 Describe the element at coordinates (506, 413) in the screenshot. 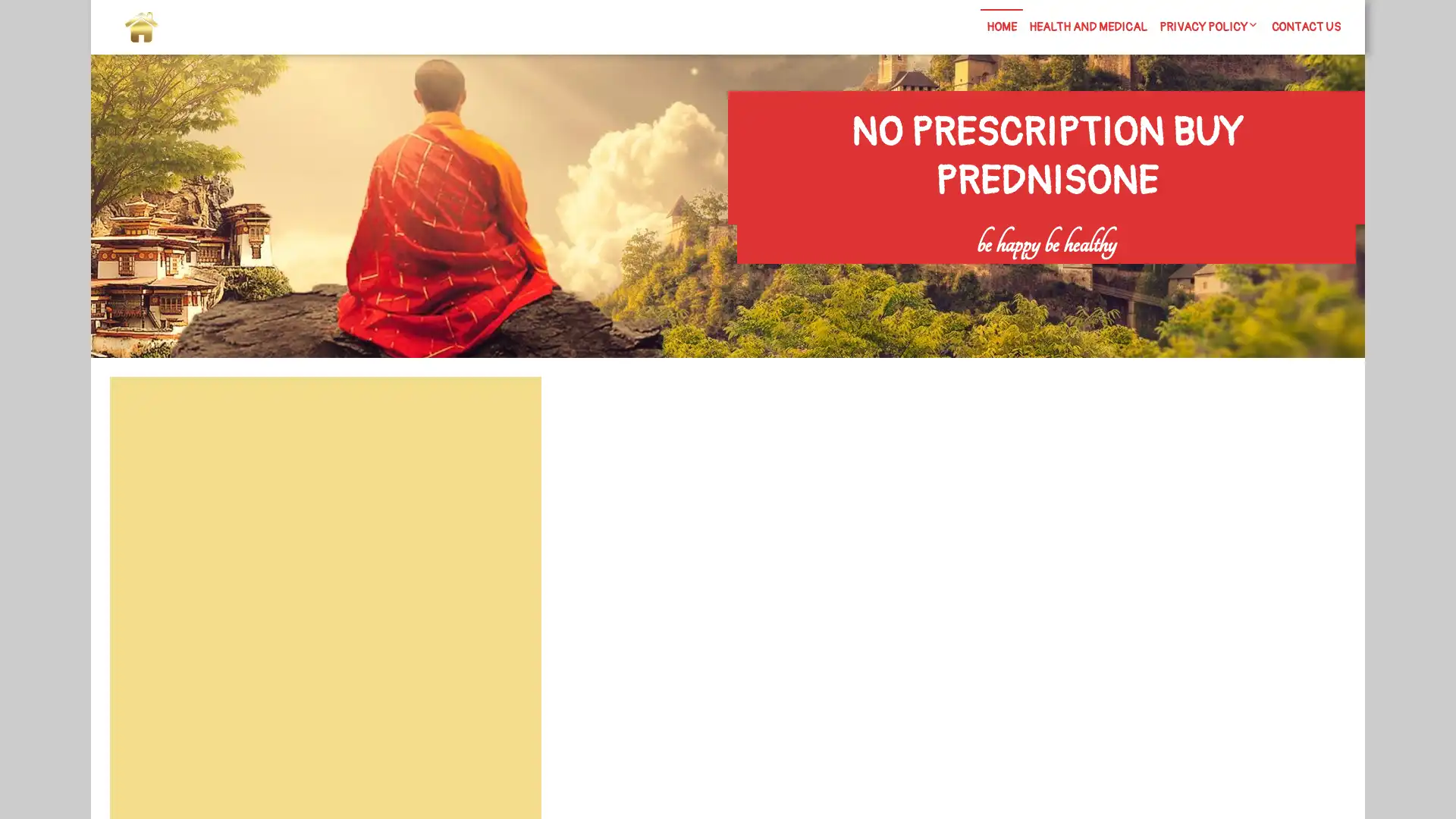

I see `Search` at that location.